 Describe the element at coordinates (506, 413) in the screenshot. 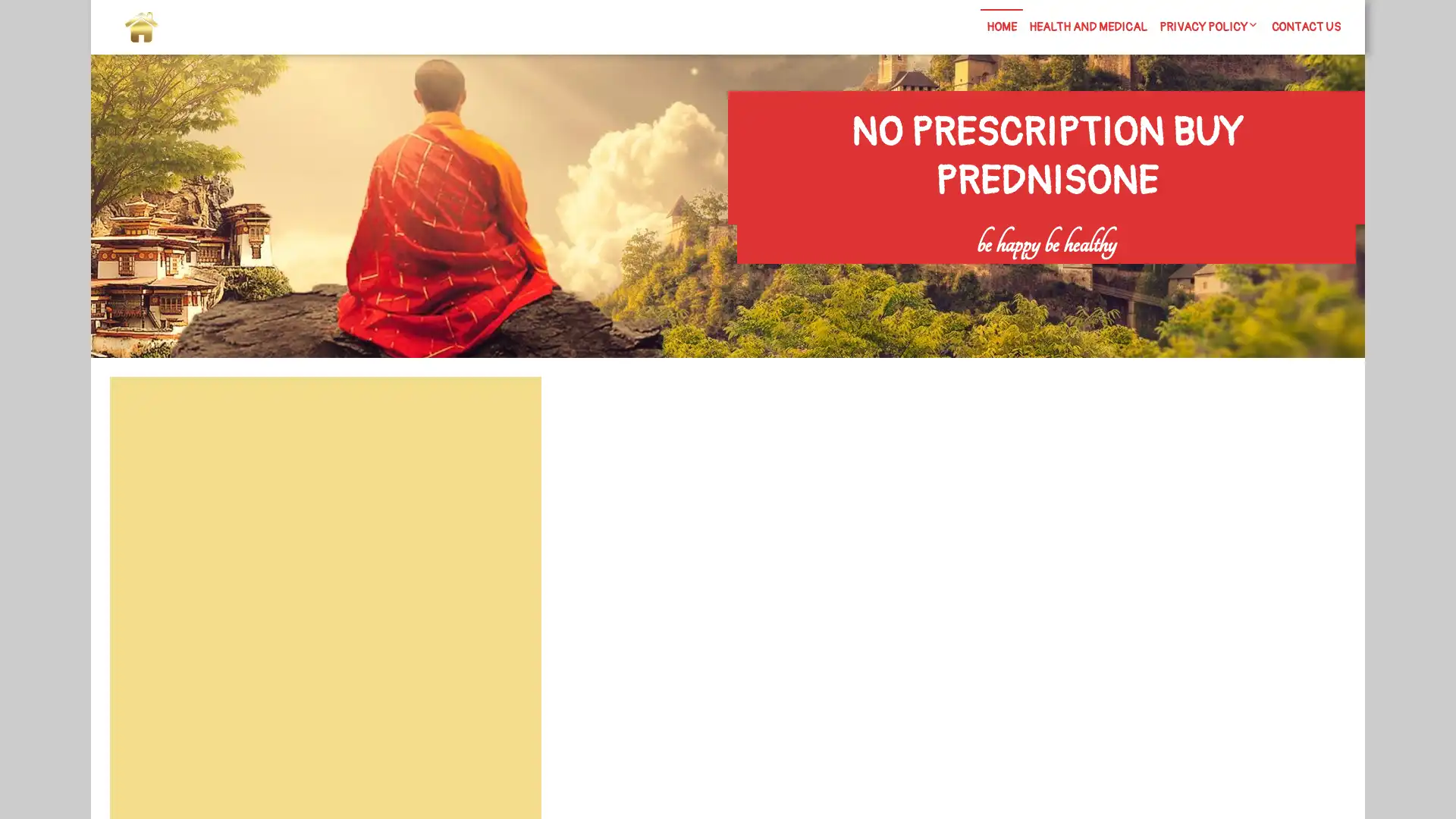

I see `Search` at that location.